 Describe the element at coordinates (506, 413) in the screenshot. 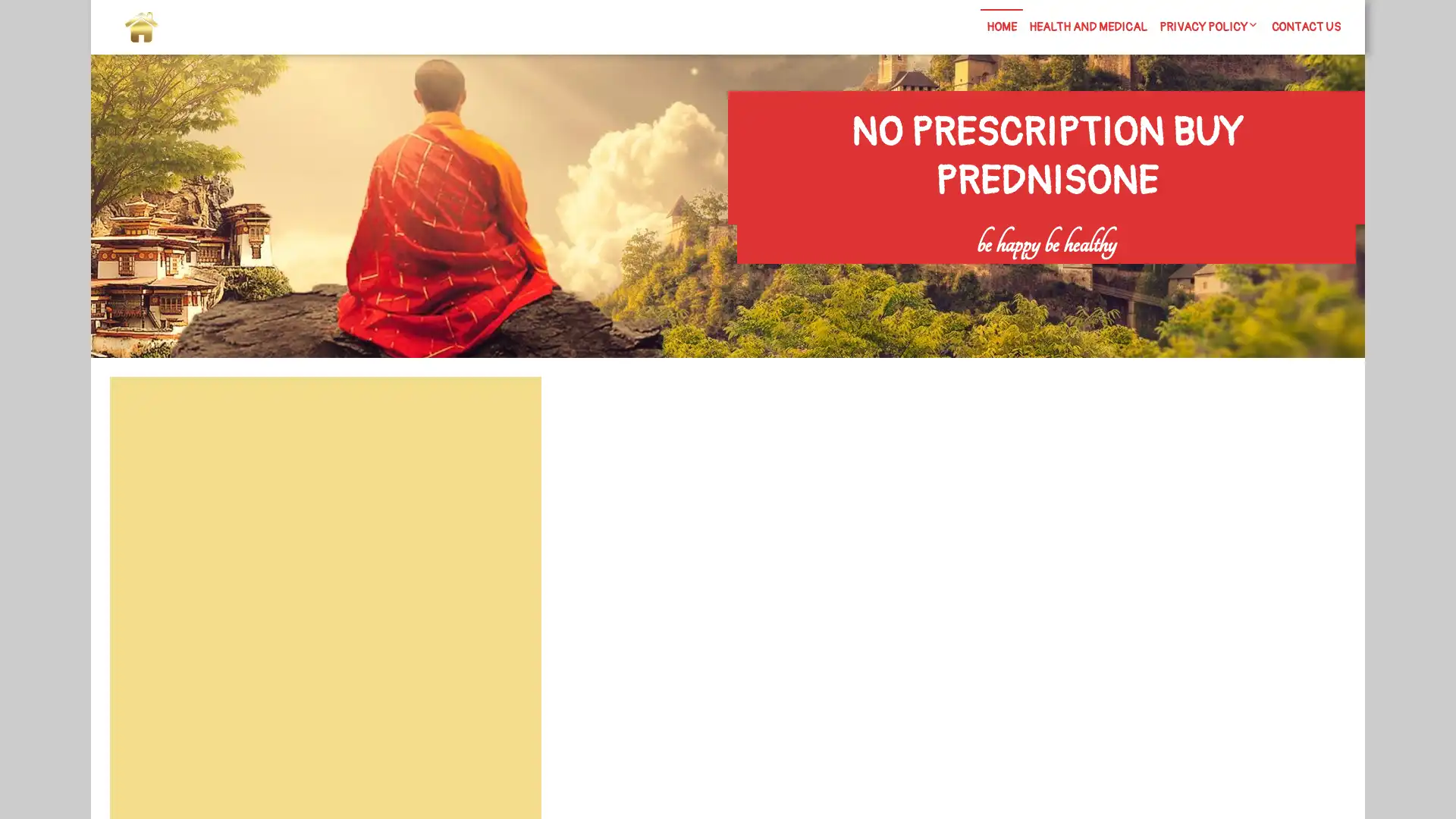

I see `Search` at that location.